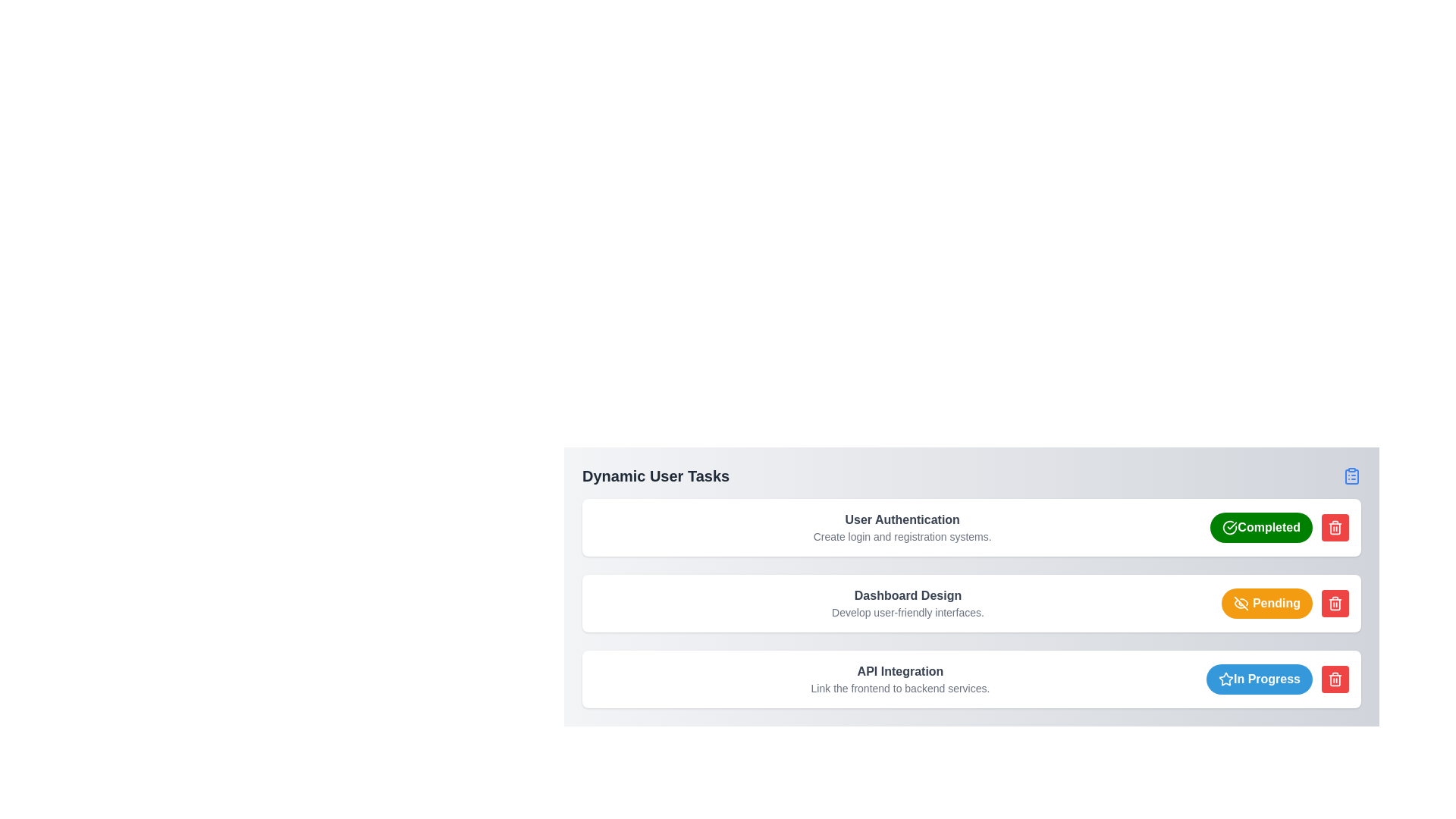 This screenshot has height=819, width=1456. What do you see at coordinates (971, 526) in the screenshot?
I see `displayed text of the first task entry component located at the top of the task list, above 'Dashboard Design' and 'API Integration'` at bounding box center [971, 526].